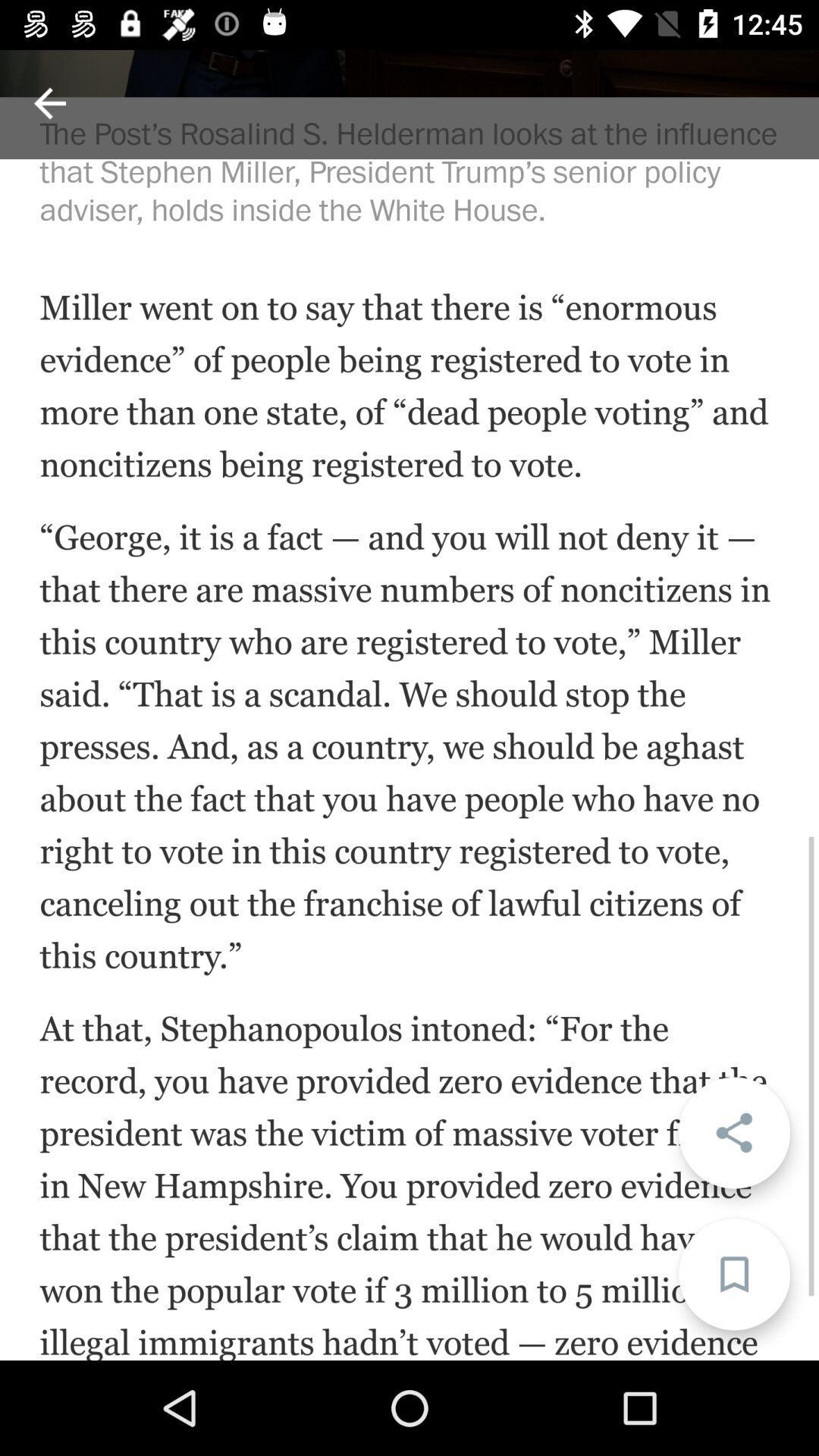 The height and width of the screenshot is (1456, 819). I want to click on the arrow_backward icon, so click(49, 102).